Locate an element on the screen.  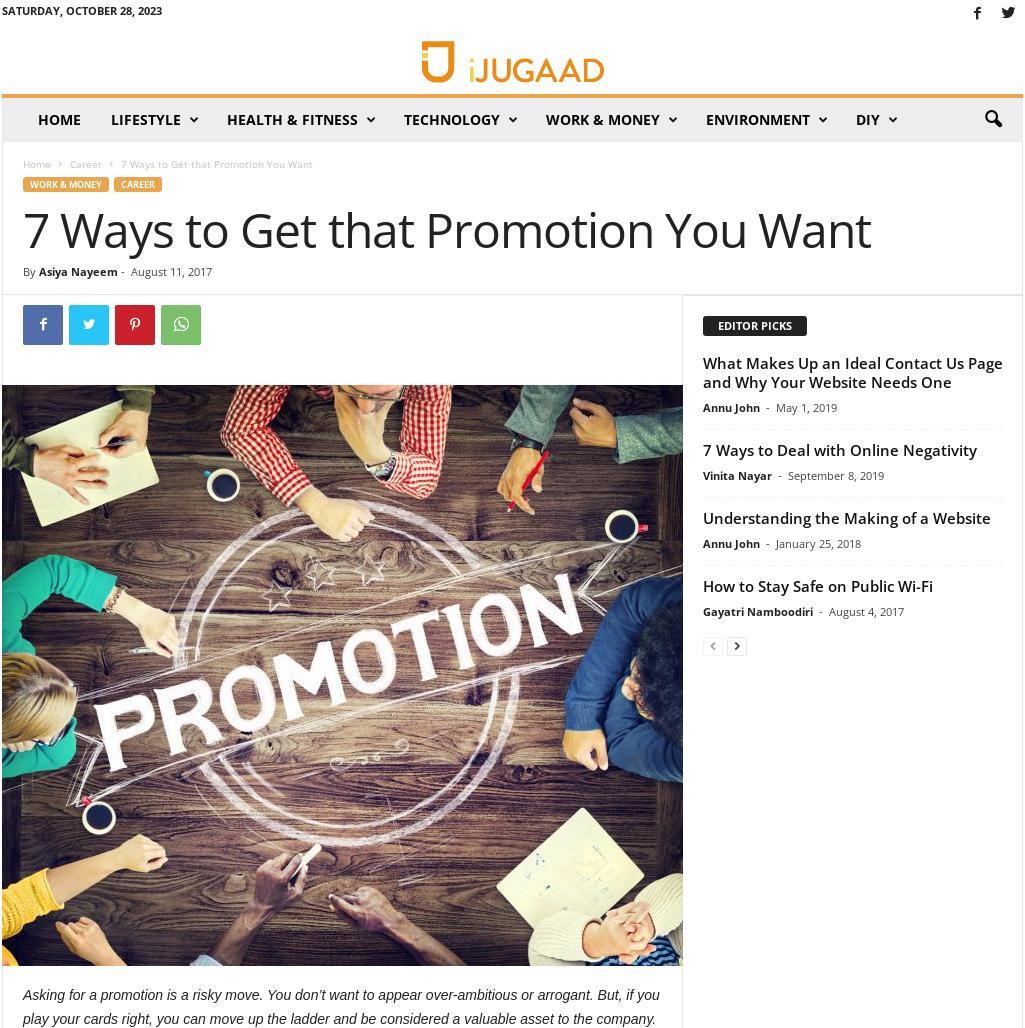
'Saturday, October 28, 2023' is located at coordinates (81, 10).